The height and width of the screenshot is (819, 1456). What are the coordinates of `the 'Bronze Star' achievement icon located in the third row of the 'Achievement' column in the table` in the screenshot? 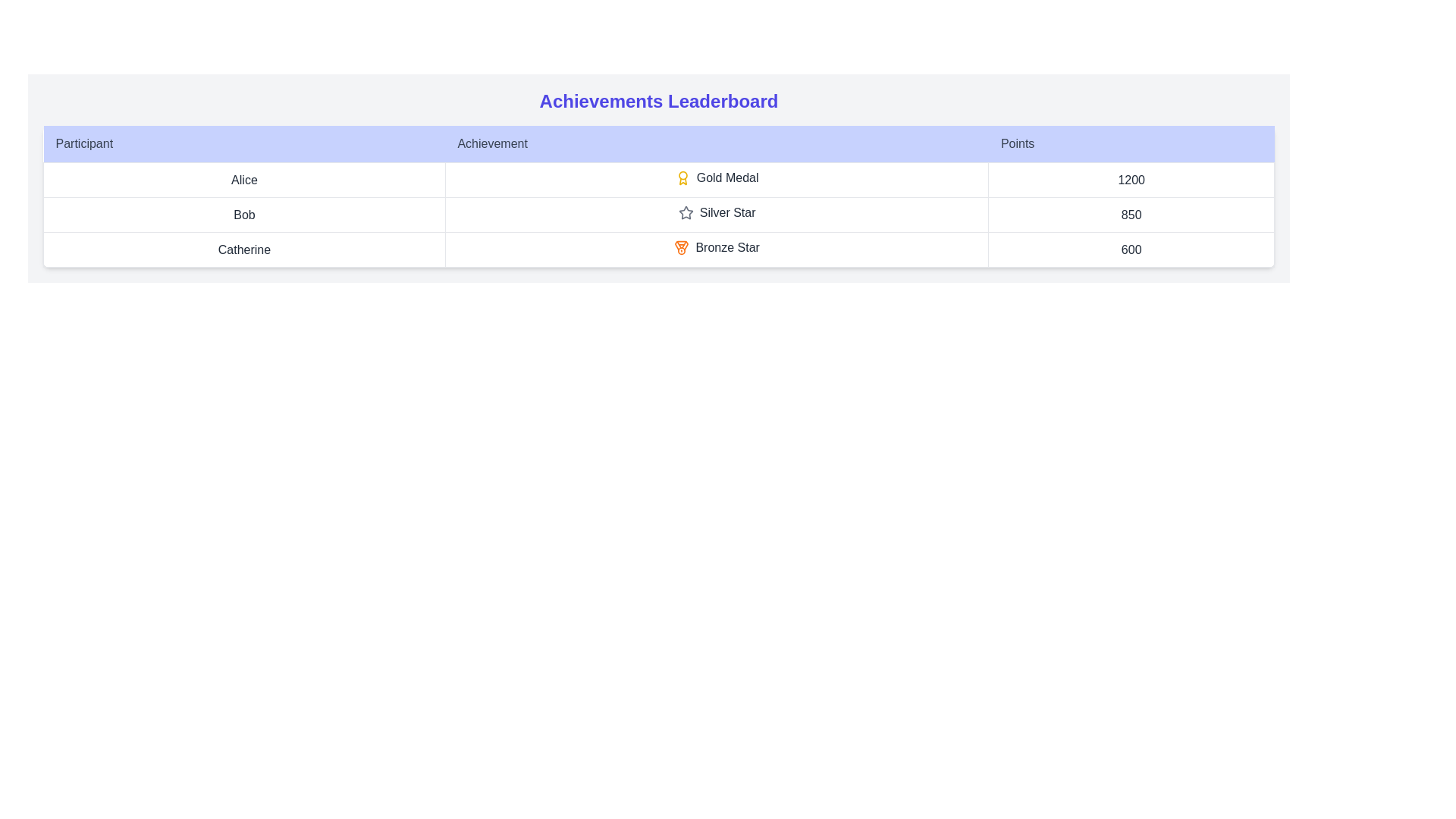 It's located at (681, 247).